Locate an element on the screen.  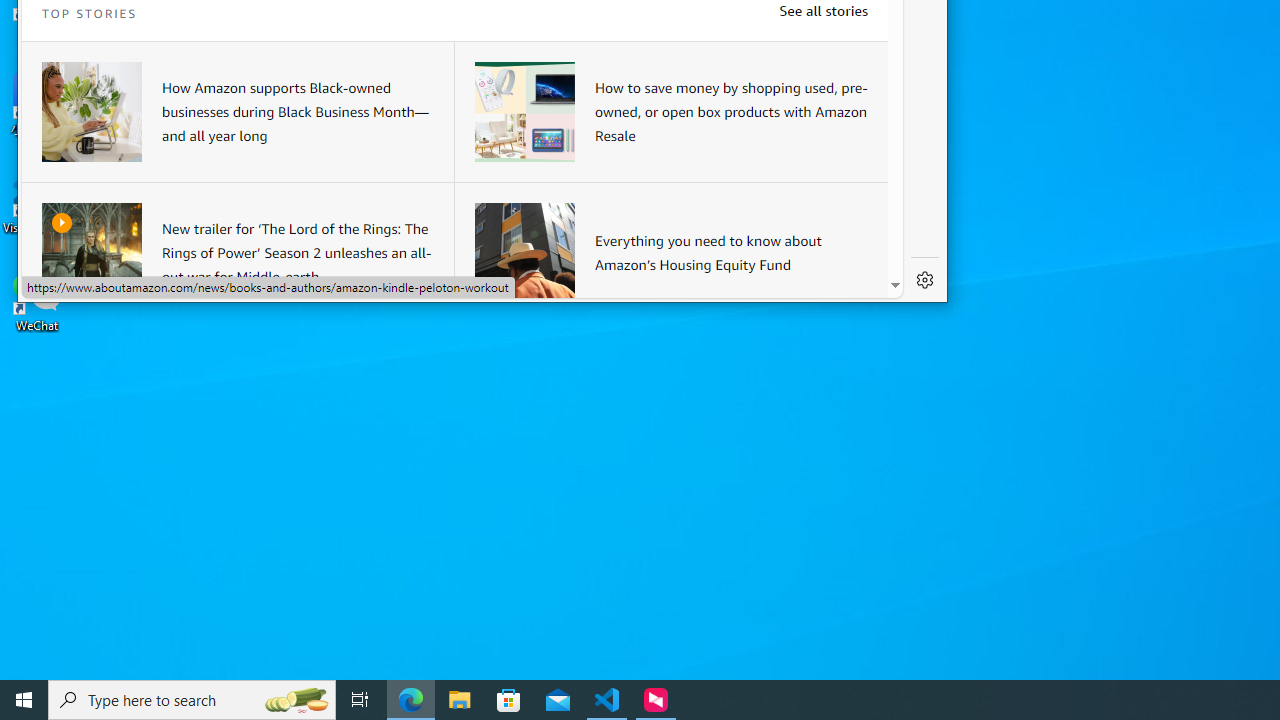
'Search highlights icon opens search home window' is located at coordinates (294, 698).